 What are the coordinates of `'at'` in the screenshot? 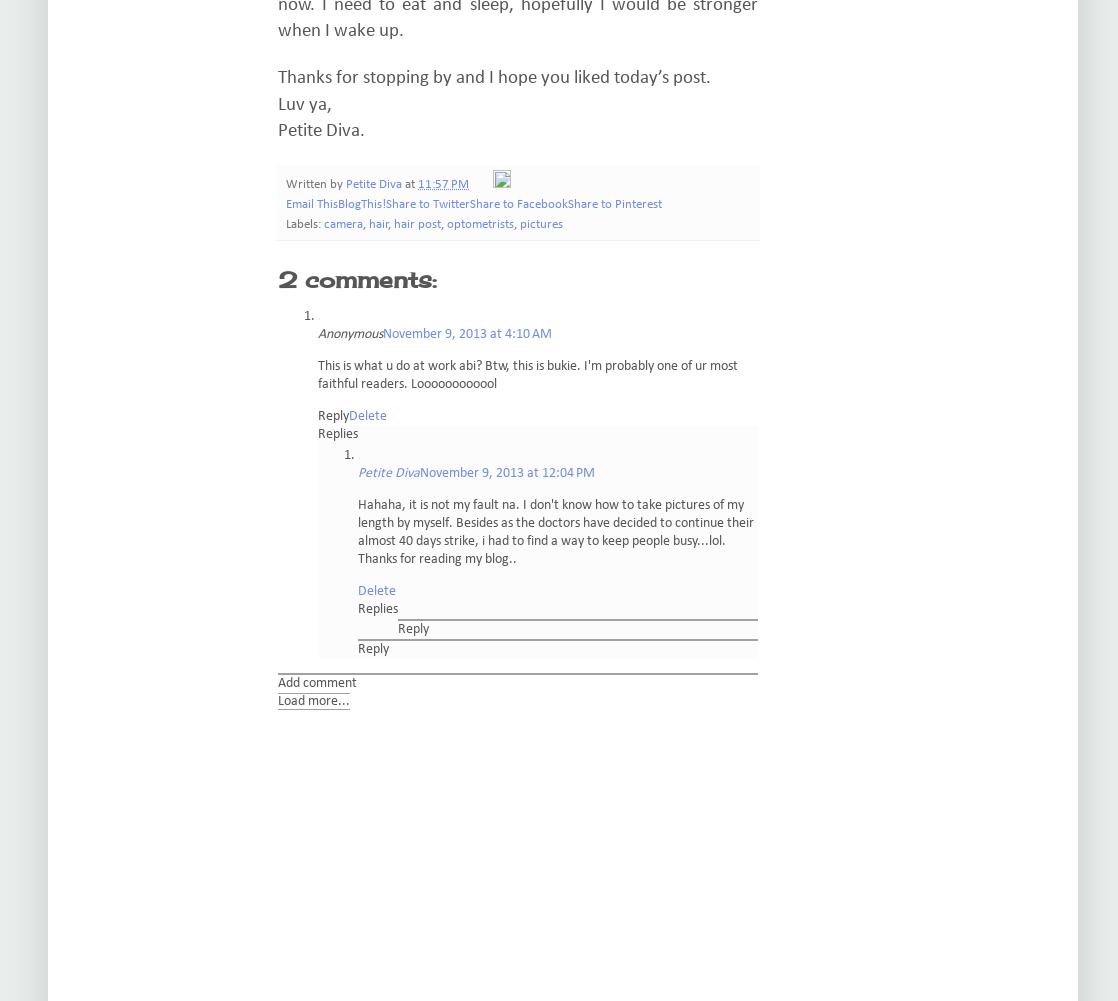 It's located at (410, 183).